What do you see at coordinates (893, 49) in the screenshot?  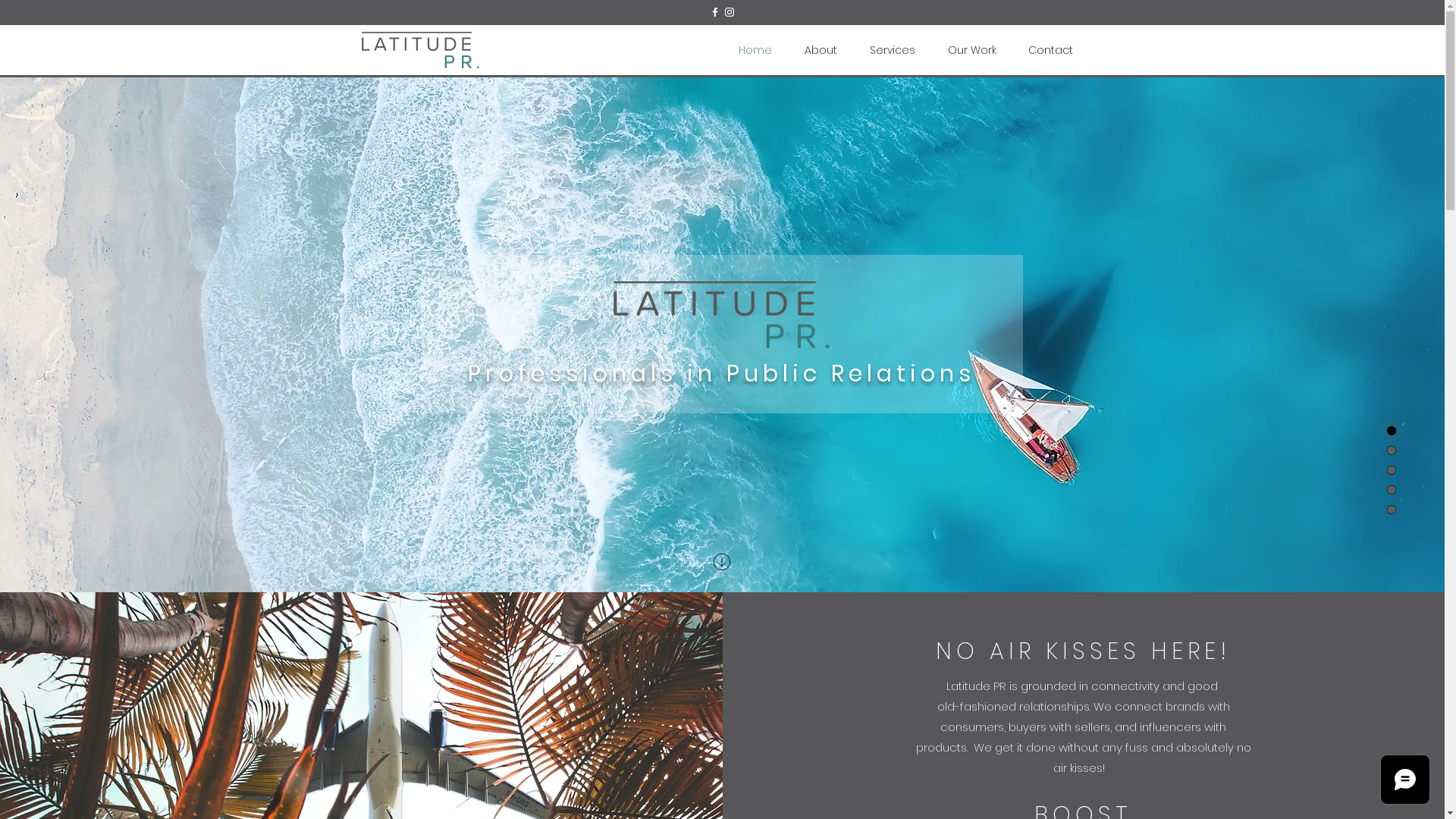 I see `'Services'` at bounding box center [893, 49].